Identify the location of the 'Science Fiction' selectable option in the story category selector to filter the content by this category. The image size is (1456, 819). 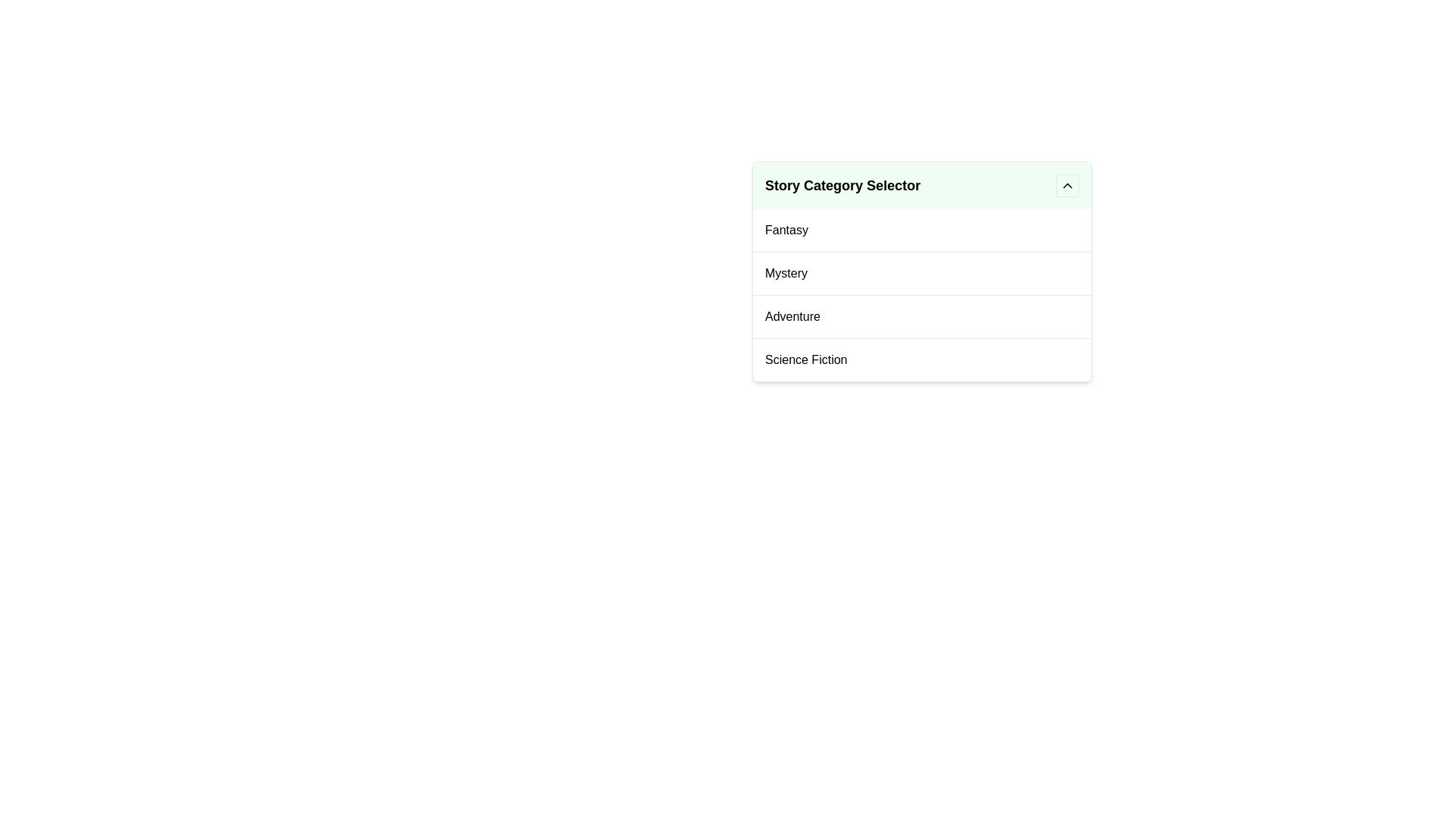
(805, 359).